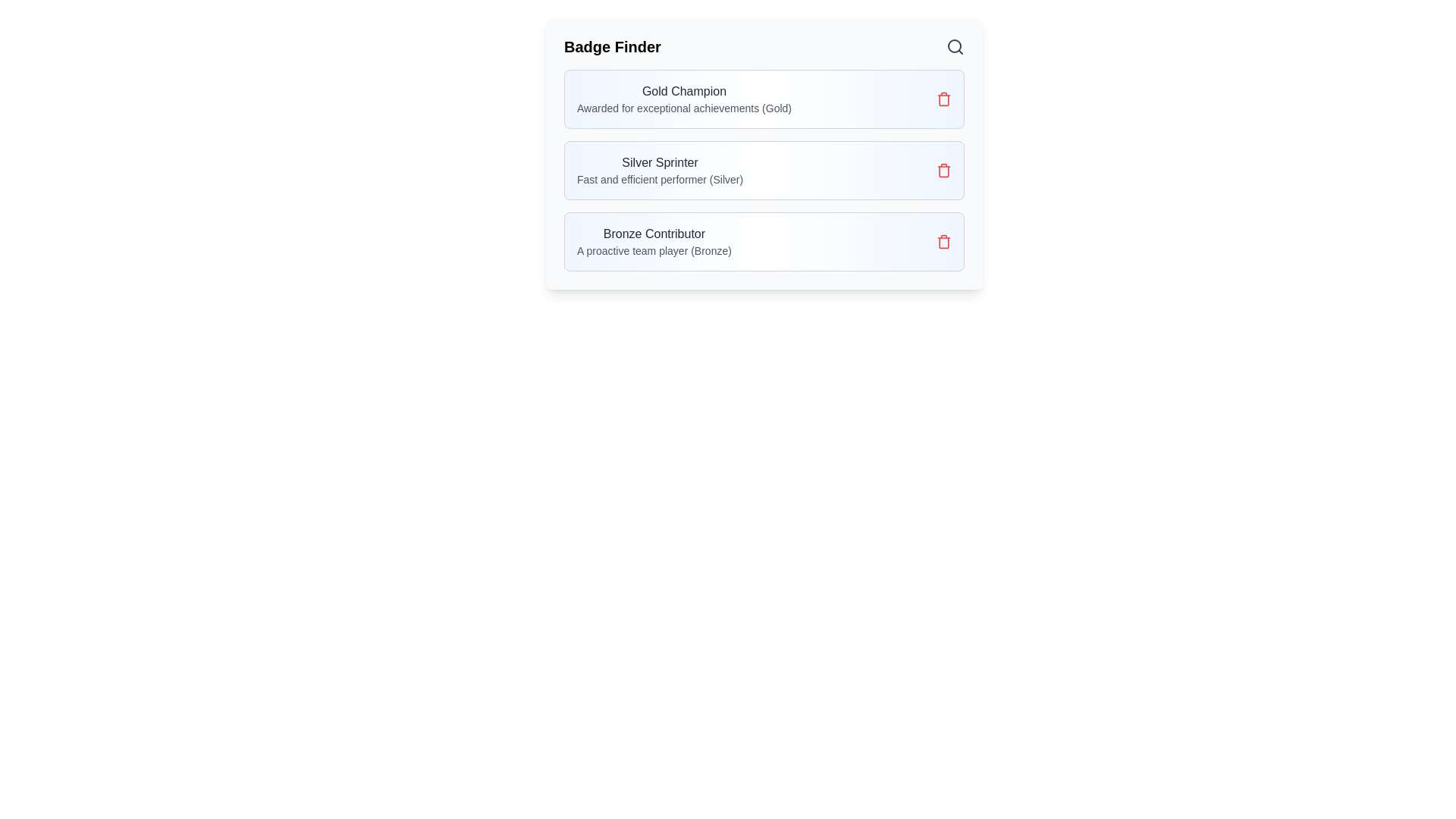  I want to click on the magnifying glass icon button located at the top-right corner of the 'Badge Finder' section to initiate a search, so click(954, 45).